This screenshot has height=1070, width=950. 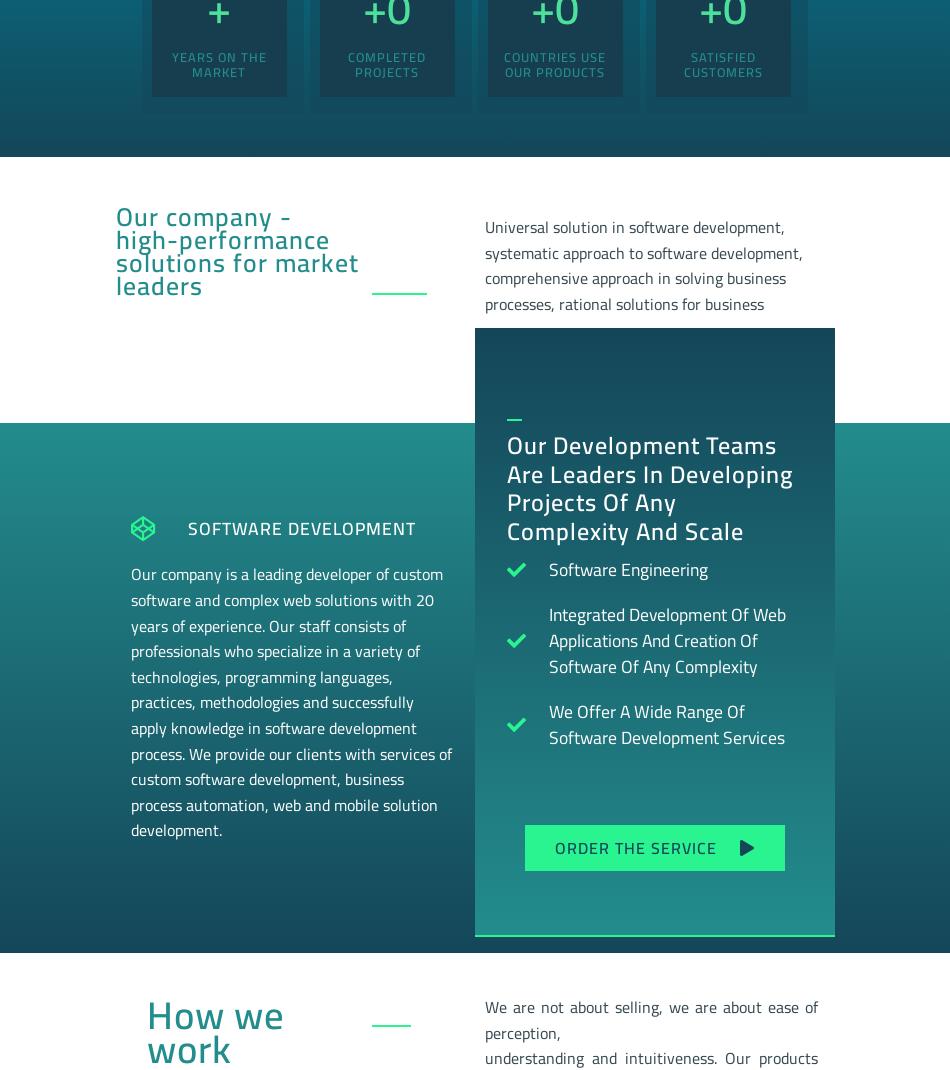 What do you see at coordinates (666, 639) in the screenshot?
I see `'Integrated development of web applications and creation of software of any complexity'` at bounding box center [666, 639].